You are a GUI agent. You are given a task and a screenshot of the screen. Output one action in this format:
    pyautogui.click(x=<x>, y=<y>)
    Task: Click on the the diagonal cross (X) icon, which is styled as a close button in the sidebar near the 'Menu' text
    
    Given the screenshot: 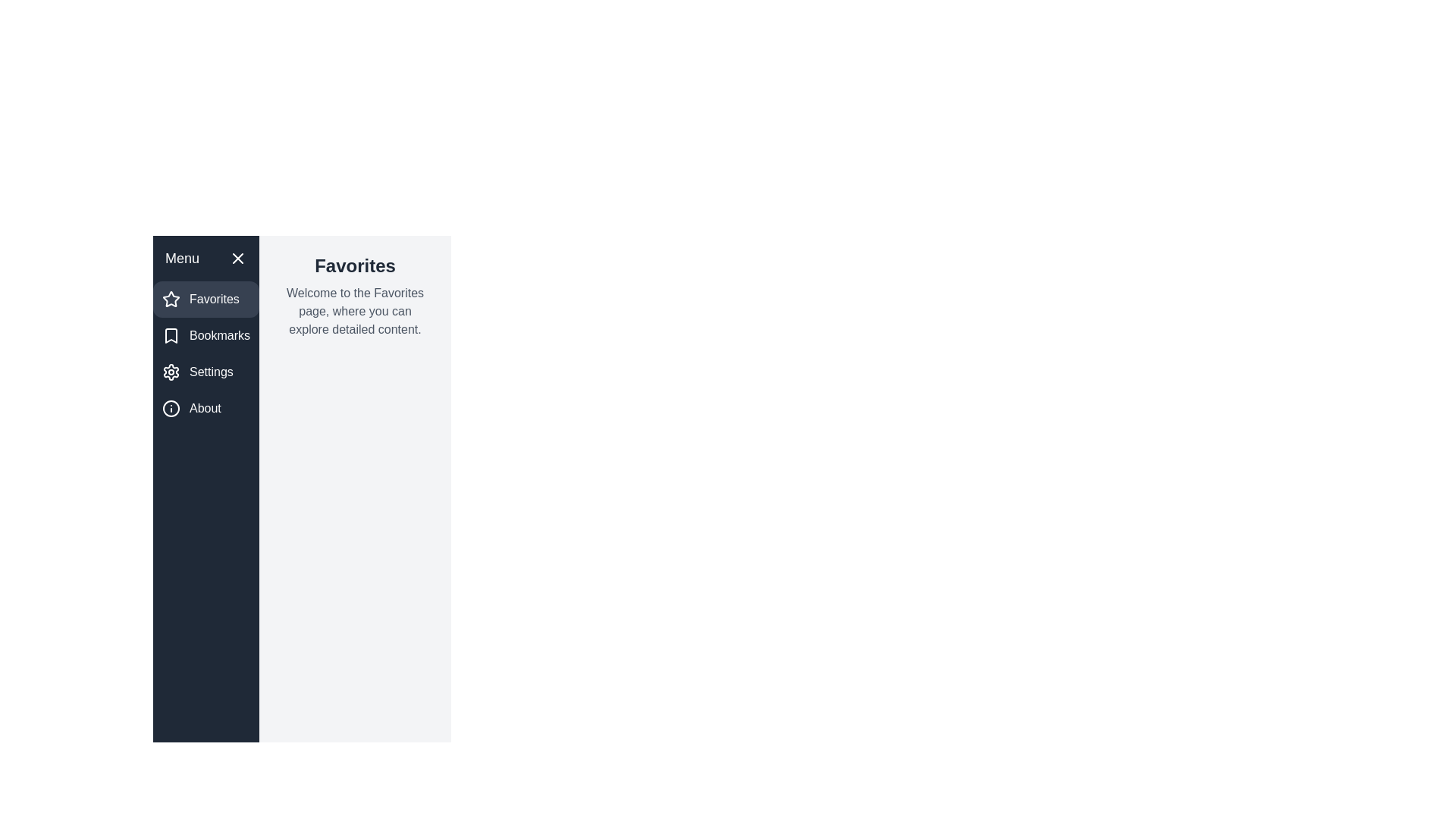 What is the action you would take?
    pyautogui.click(x=237, y=257)
    